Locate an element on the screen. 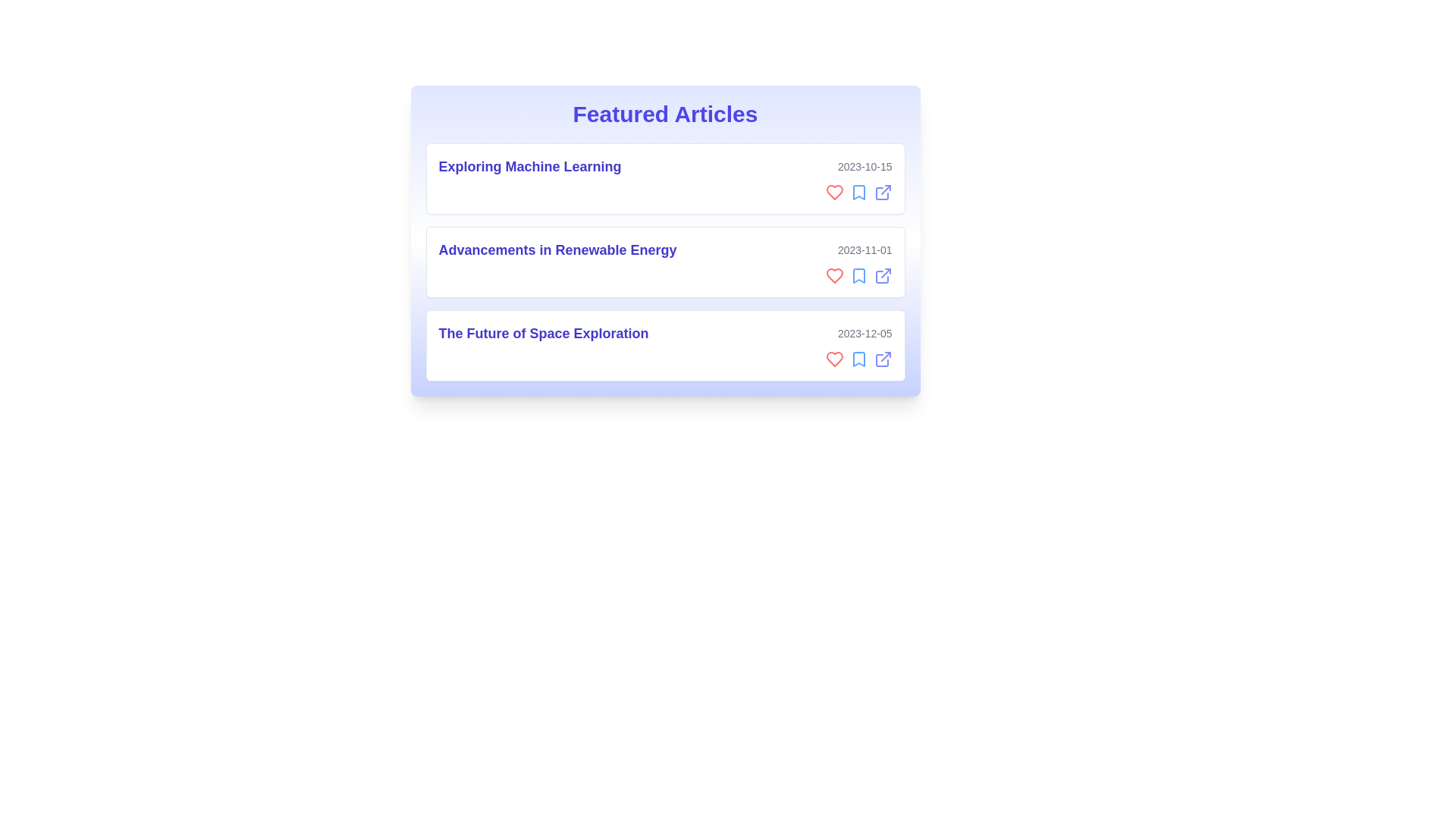 The image size is (1456, 819). heart icon to like the article titled 'The Future of Space Exploration' is located at coordinates (833, 359).